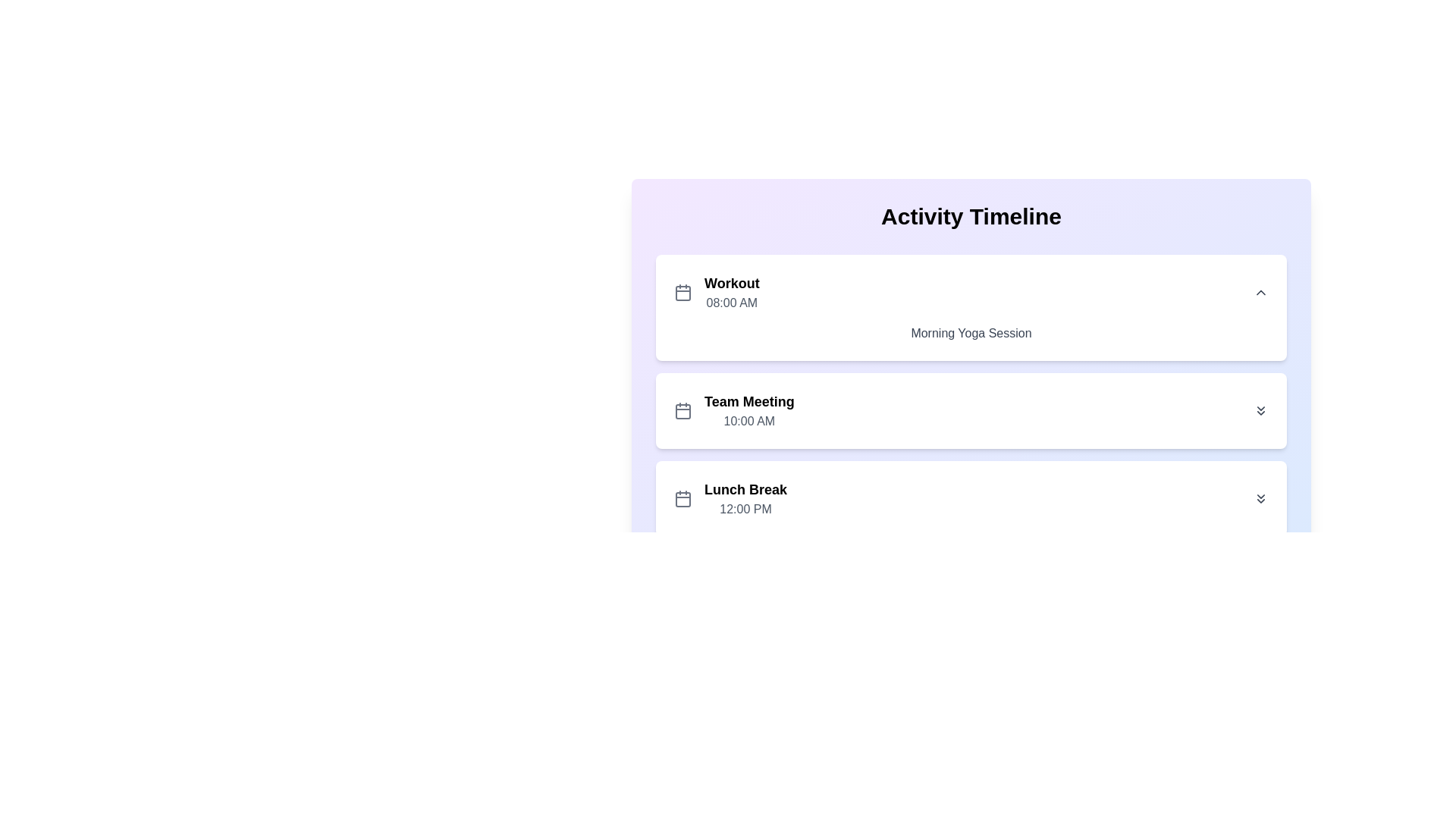 This screenshot has width=1456, height=819. What do you see at coordinates (682, 499) in the screenshot?
I see `the date/event icon located to the left of the 'Lunch Break' text within the activity card on the timeline` at bounding box center [682, 499].